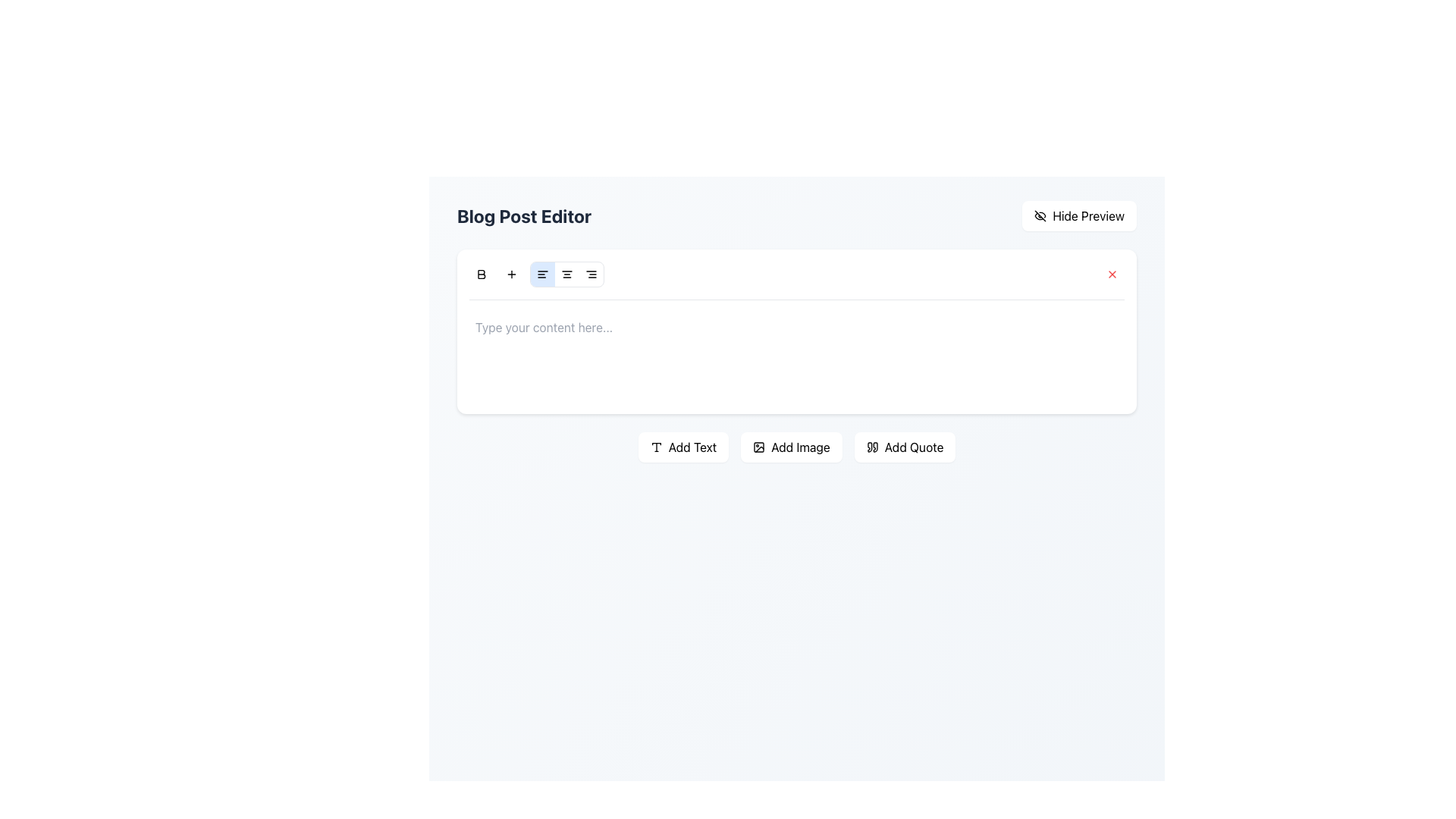  Describe the element at coordinates (1112, 275) in the screenshot. I see `the close button represented by a small circular icon with an 'X' mark at the upper-right corner of the input field titled 'Type your content here...'` at that location.